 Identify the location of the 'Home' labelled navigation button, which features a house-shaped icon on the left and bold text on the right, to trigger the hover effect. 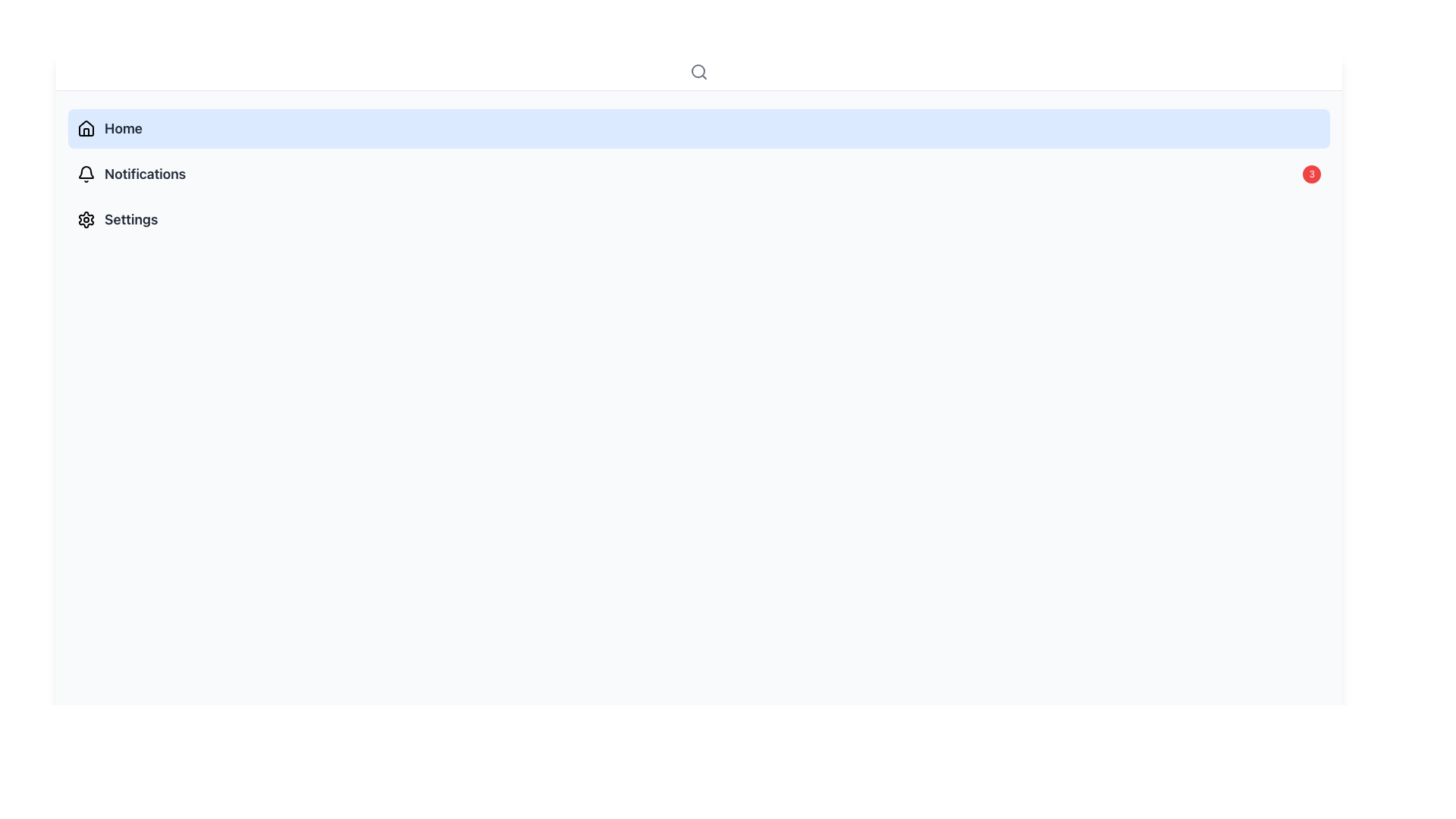
(108, 127).